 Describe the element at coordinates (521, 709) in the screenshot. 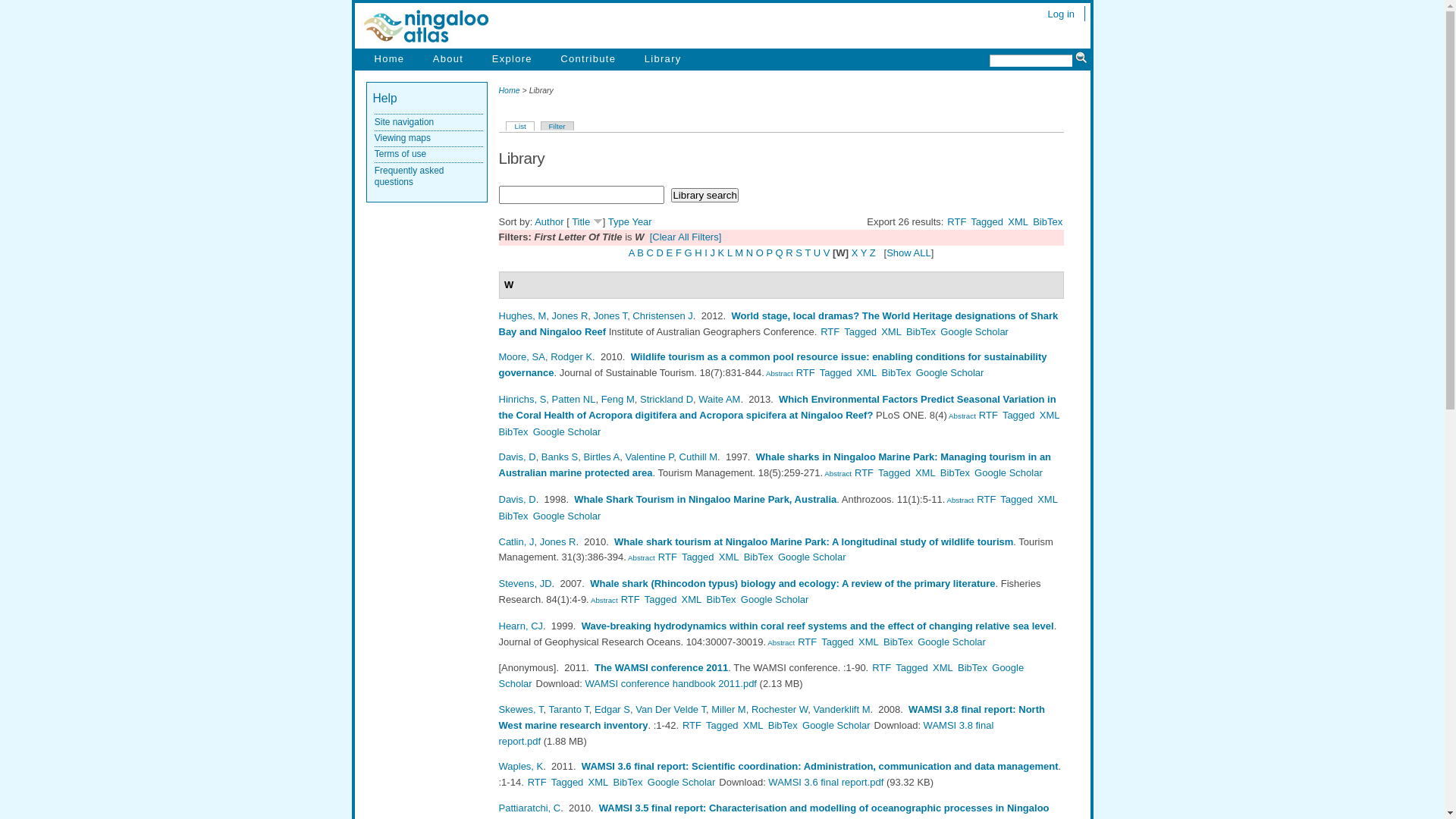

I see `'Skewes, T'` at that location.